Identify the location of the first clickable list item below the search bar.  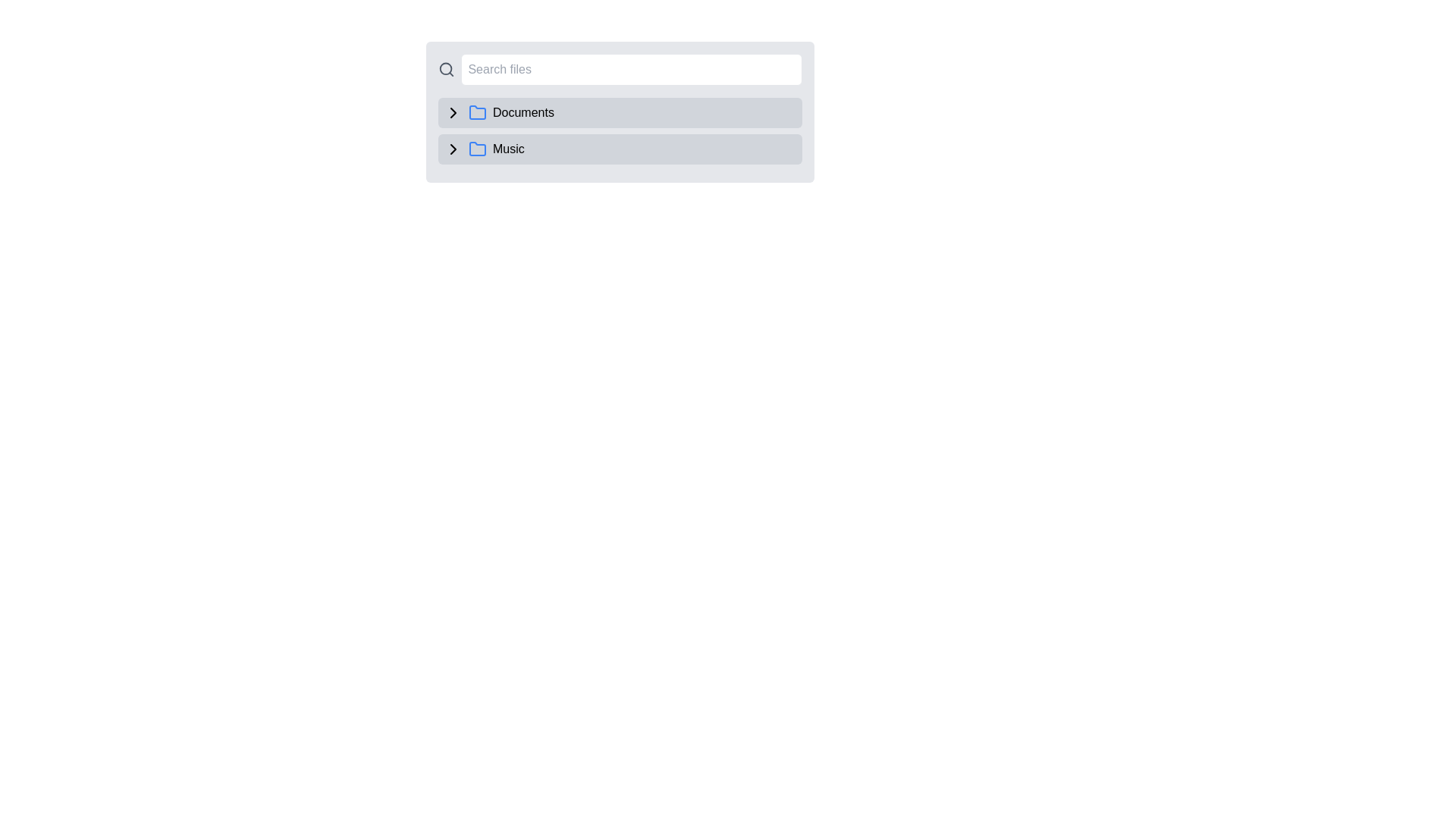
(620, 111).